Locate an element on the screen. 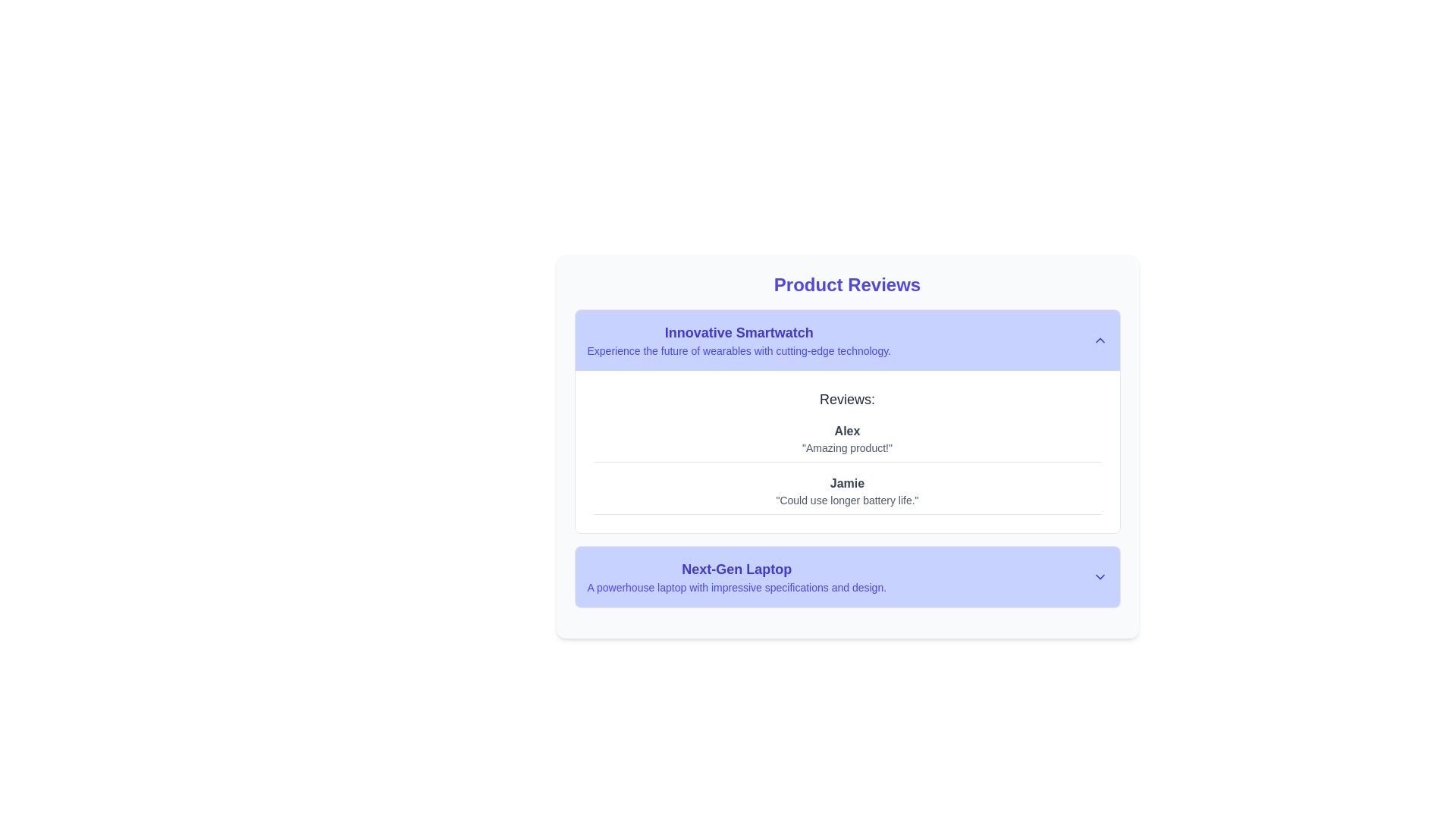  the header text 'Reviews:' which is styled in a large dark gray font, positioned at the top of the review section is located at coordinates (846, 399).